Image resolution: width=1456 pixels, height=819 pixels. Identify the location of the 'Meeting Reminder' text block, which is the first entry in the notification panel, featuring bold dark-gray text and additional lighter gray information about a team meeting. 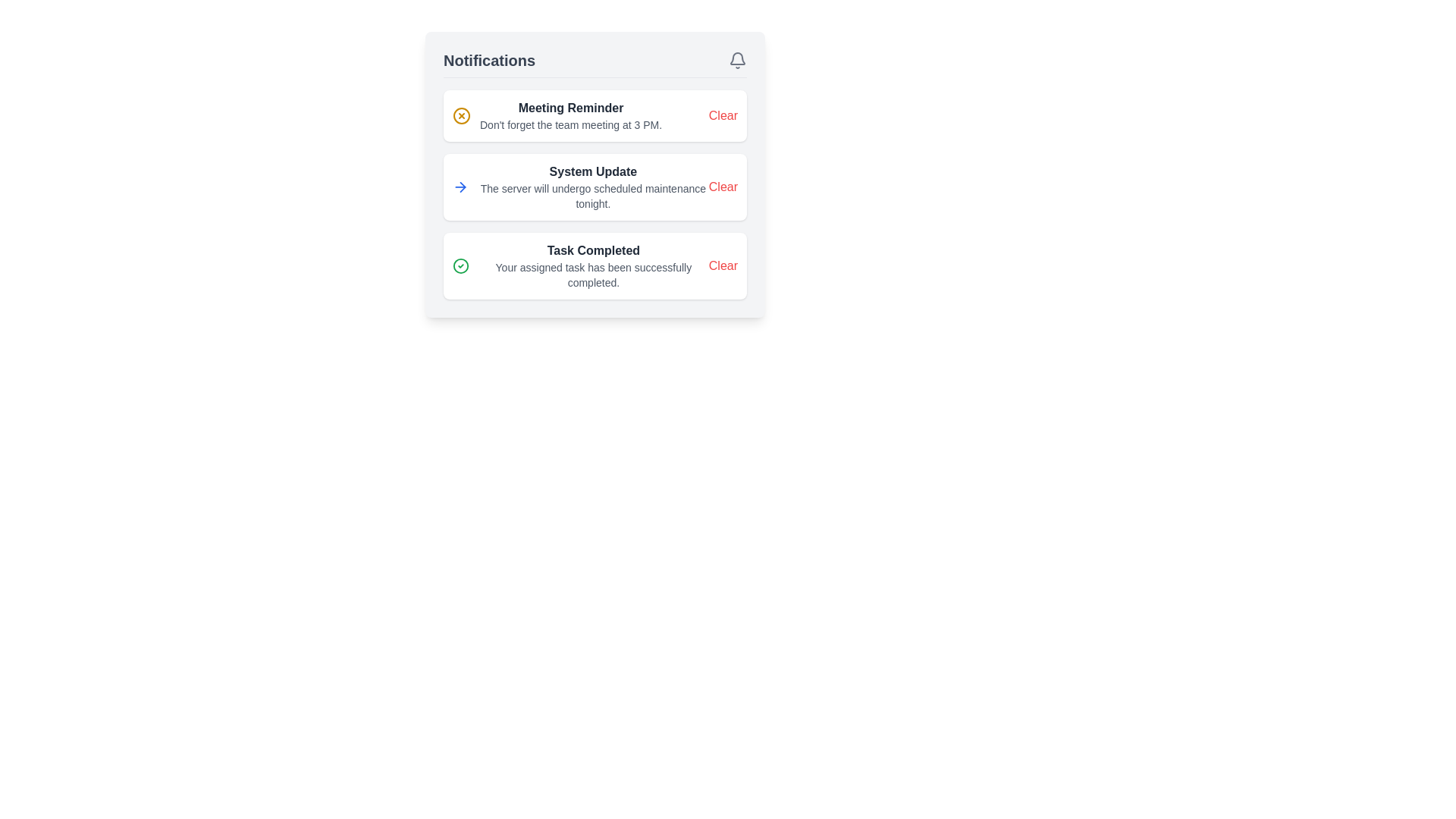
(570, 115).